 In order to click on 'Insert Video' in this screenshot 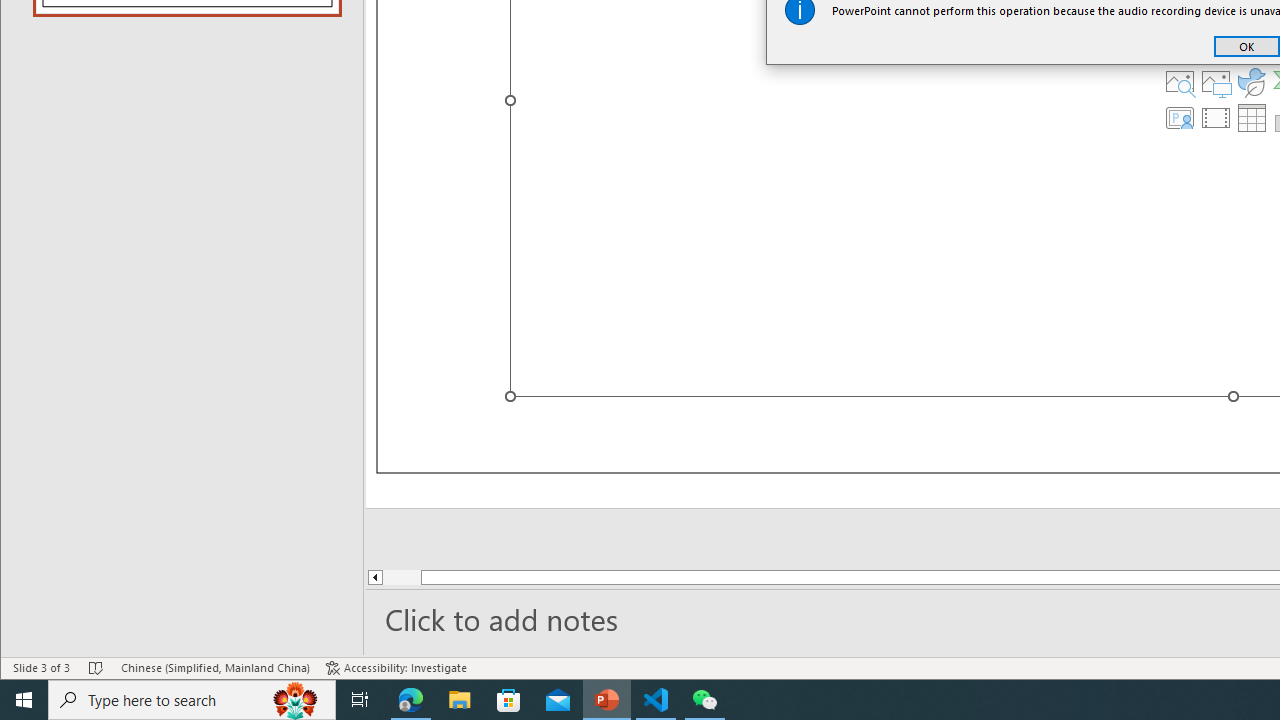, I will do `click(1215, 118)`.